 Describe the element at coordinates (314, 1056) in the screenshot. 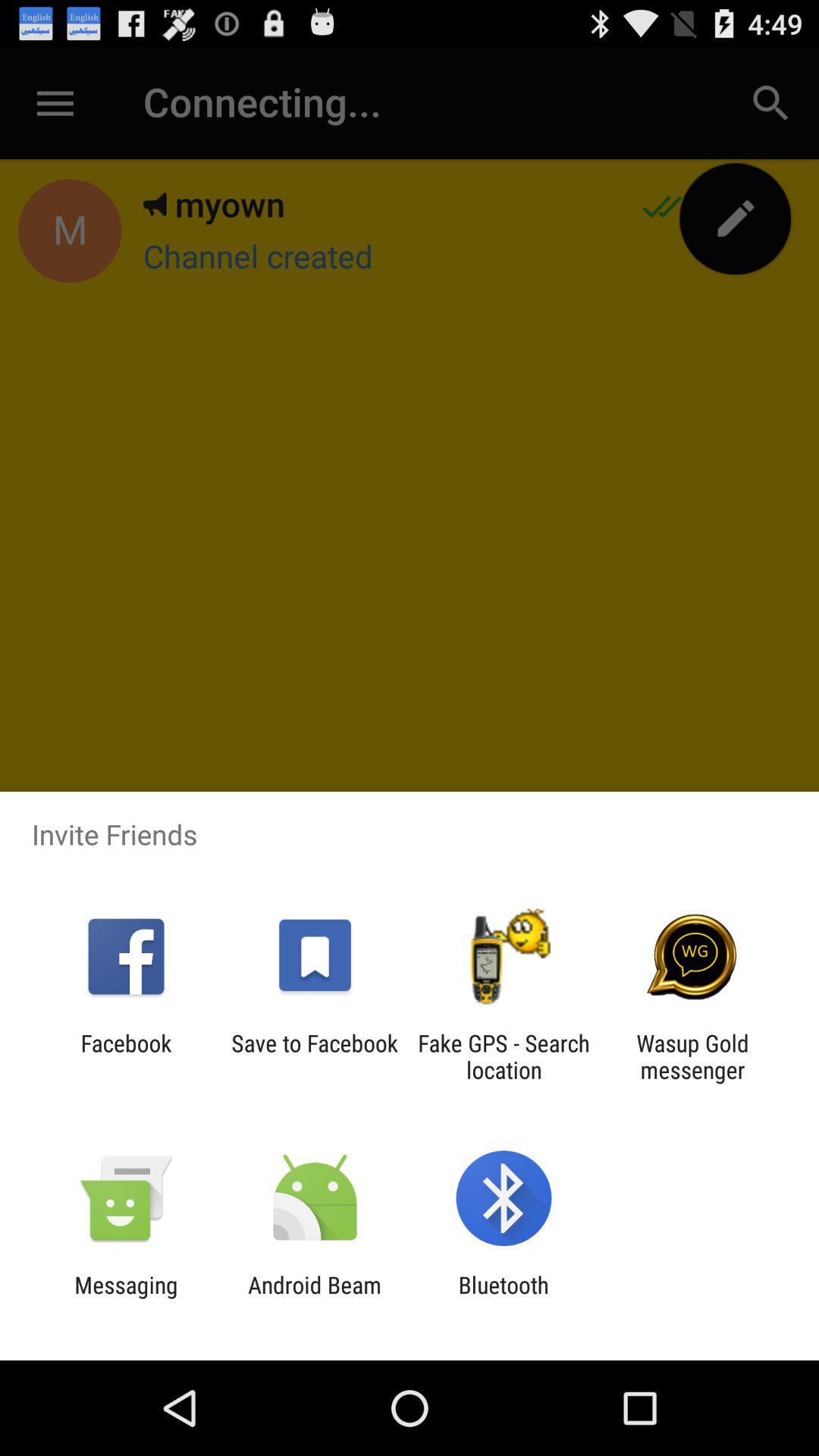

I see `the save to facebook app` at that location.